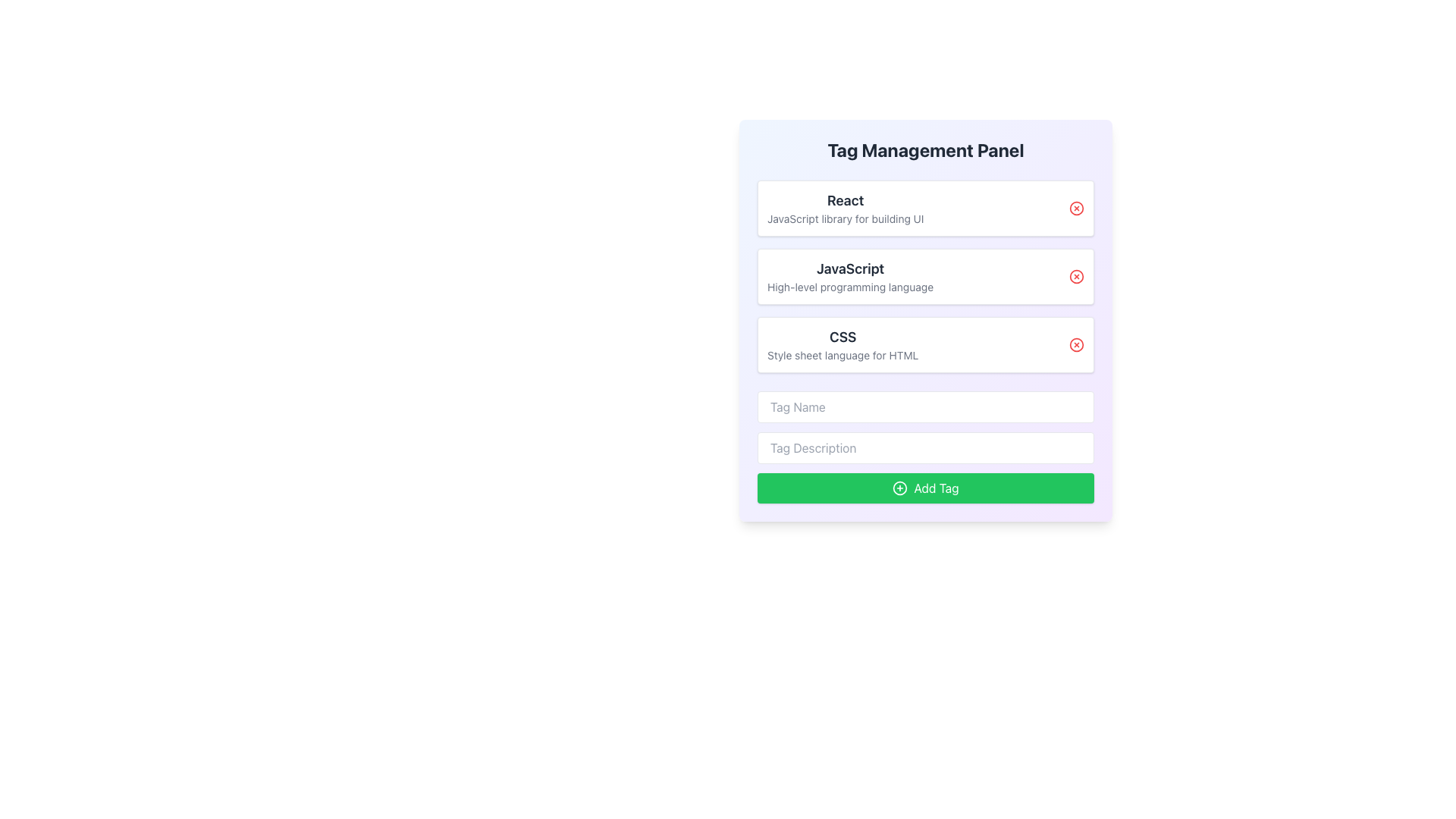  I want to click on the informational text label providing context about 'JavaScript' located below the bold text in the 'Tag Management Panel', so click(850, 287).